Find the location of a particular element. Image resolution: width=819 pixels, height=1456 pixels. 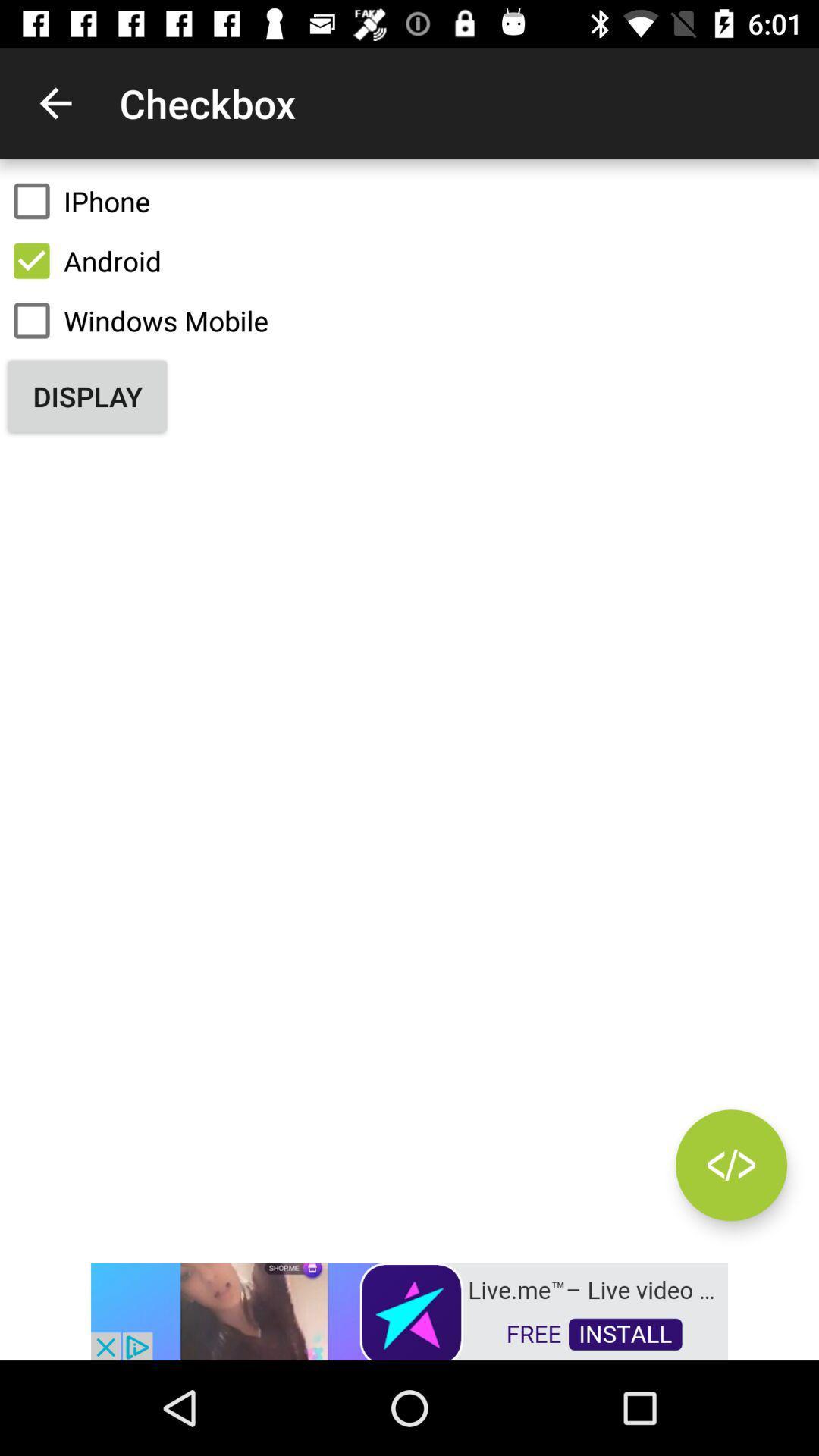

advertisement bar is located at coordinates (409, 1310).